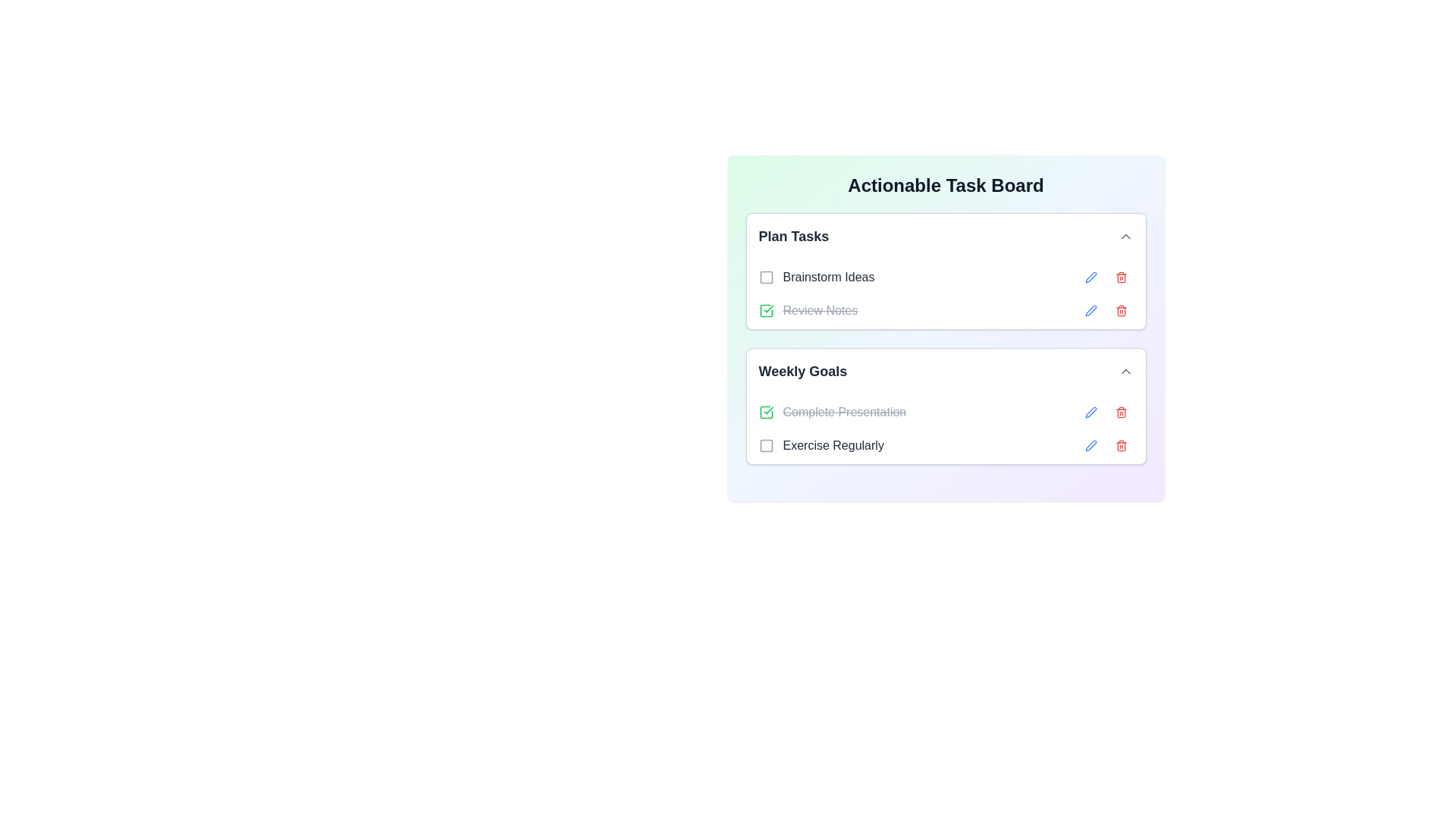 The image size is (1456, 819). Describe the element at coordinates (1121, 444) in the screenshot. I see `the delete icon button located to the right of the last task under the 'Weekly Goals' section` at that location.